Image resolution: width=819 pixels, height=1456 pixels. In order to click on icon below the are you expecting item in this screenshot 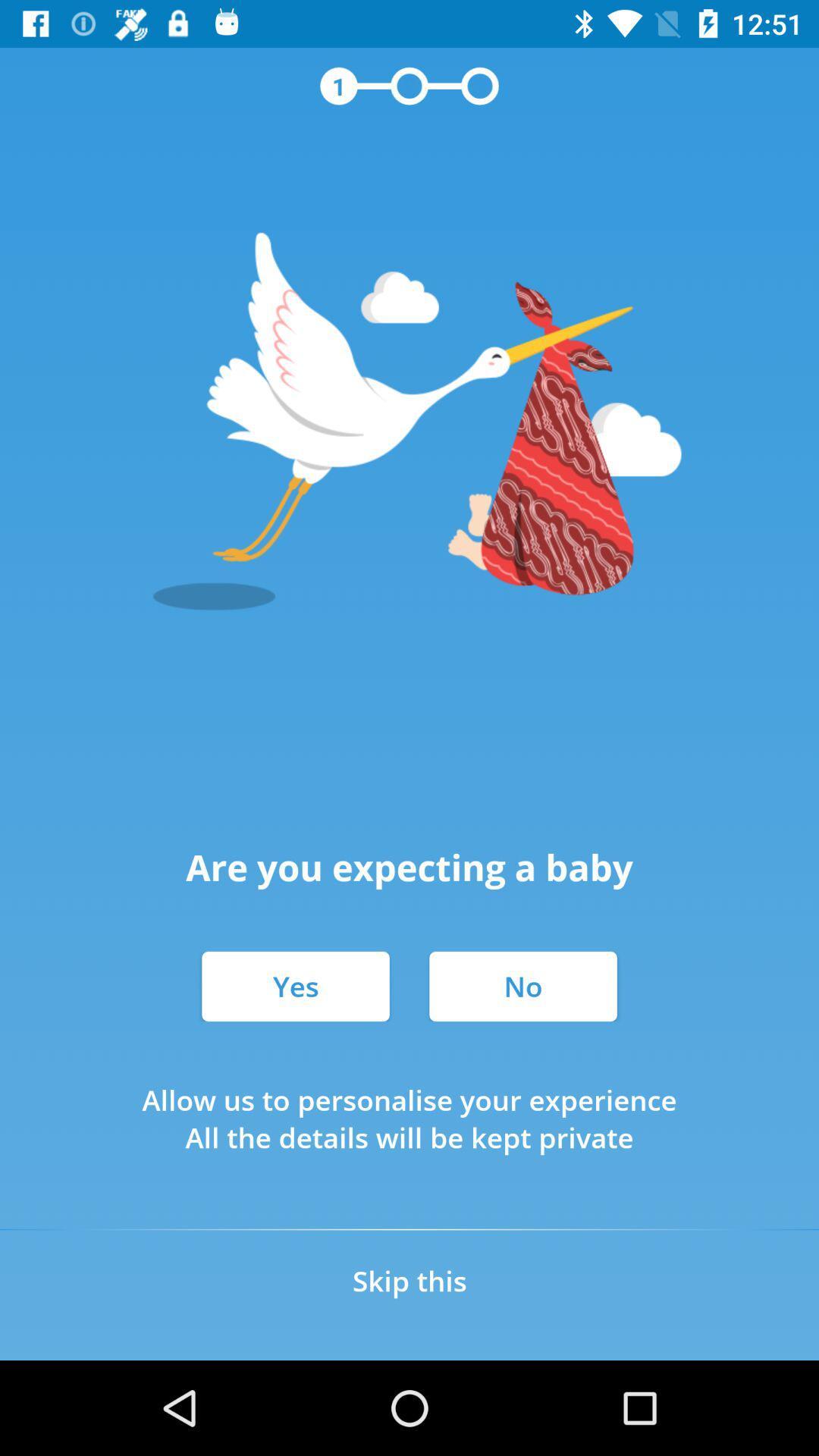, I will do `click(522, 986)`.